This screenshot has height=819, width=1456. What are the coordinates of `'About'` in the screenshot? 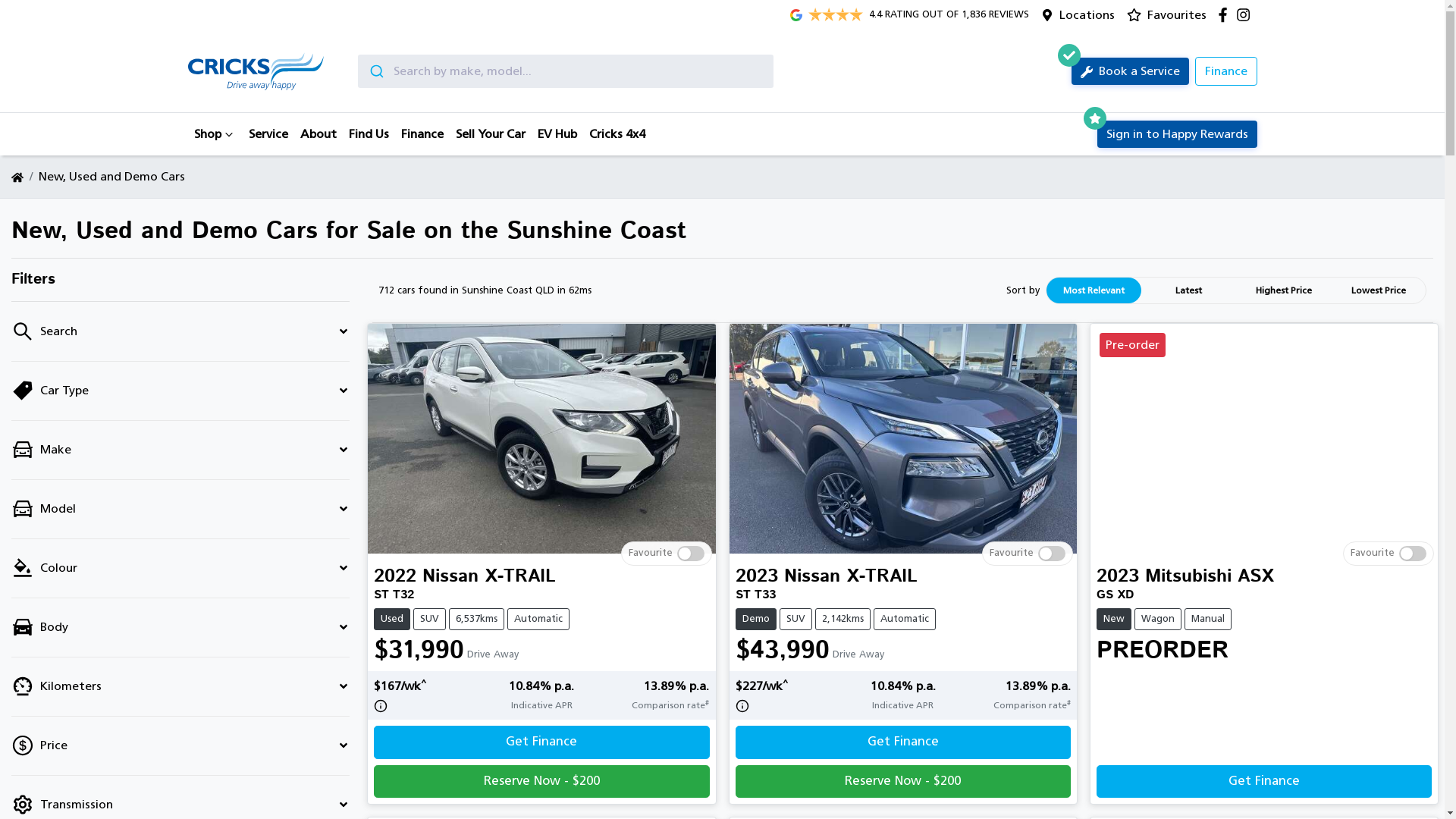 It's located at (318, 133).